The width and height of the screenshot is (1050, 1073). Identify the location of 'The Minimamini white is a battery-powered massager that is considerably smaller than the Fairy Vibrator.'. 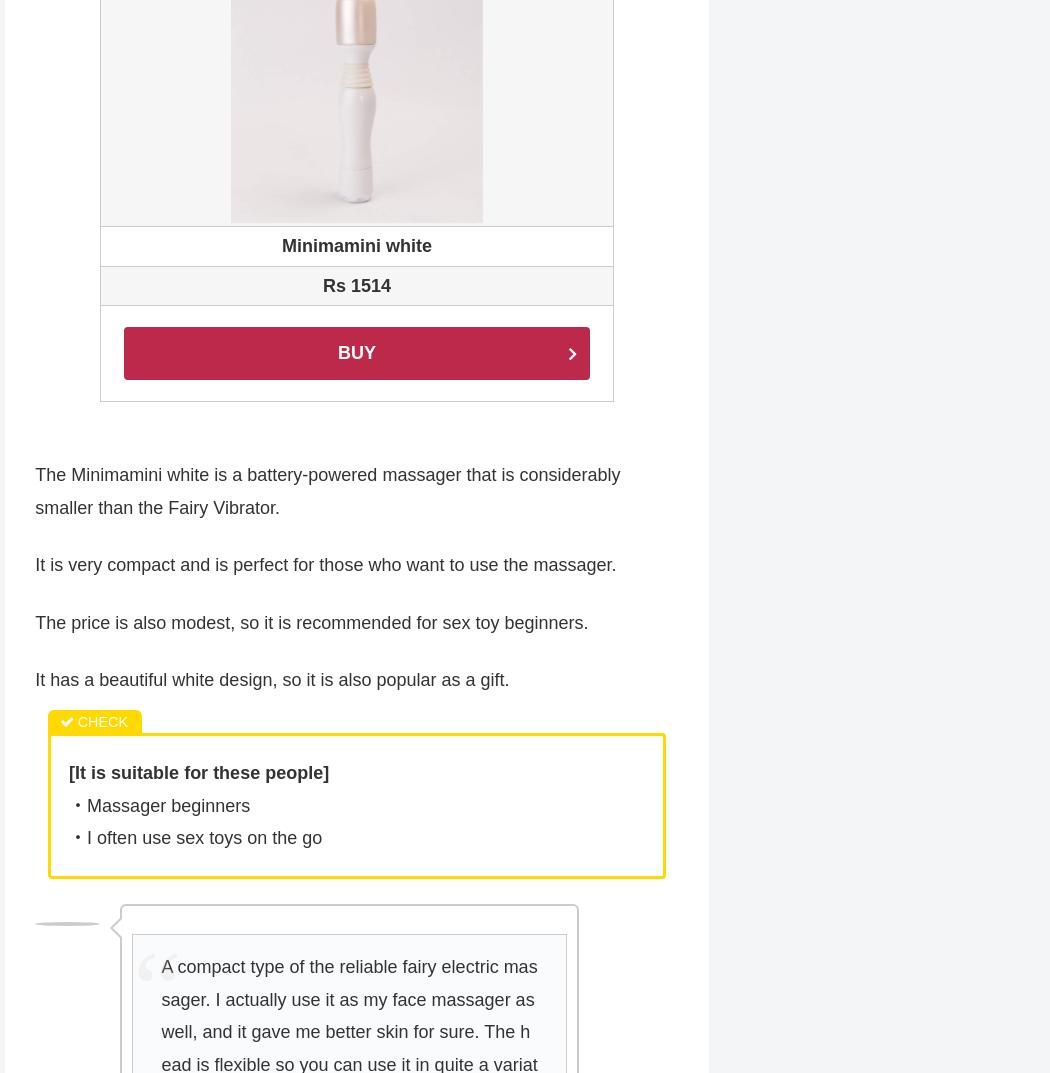
(327, 492).